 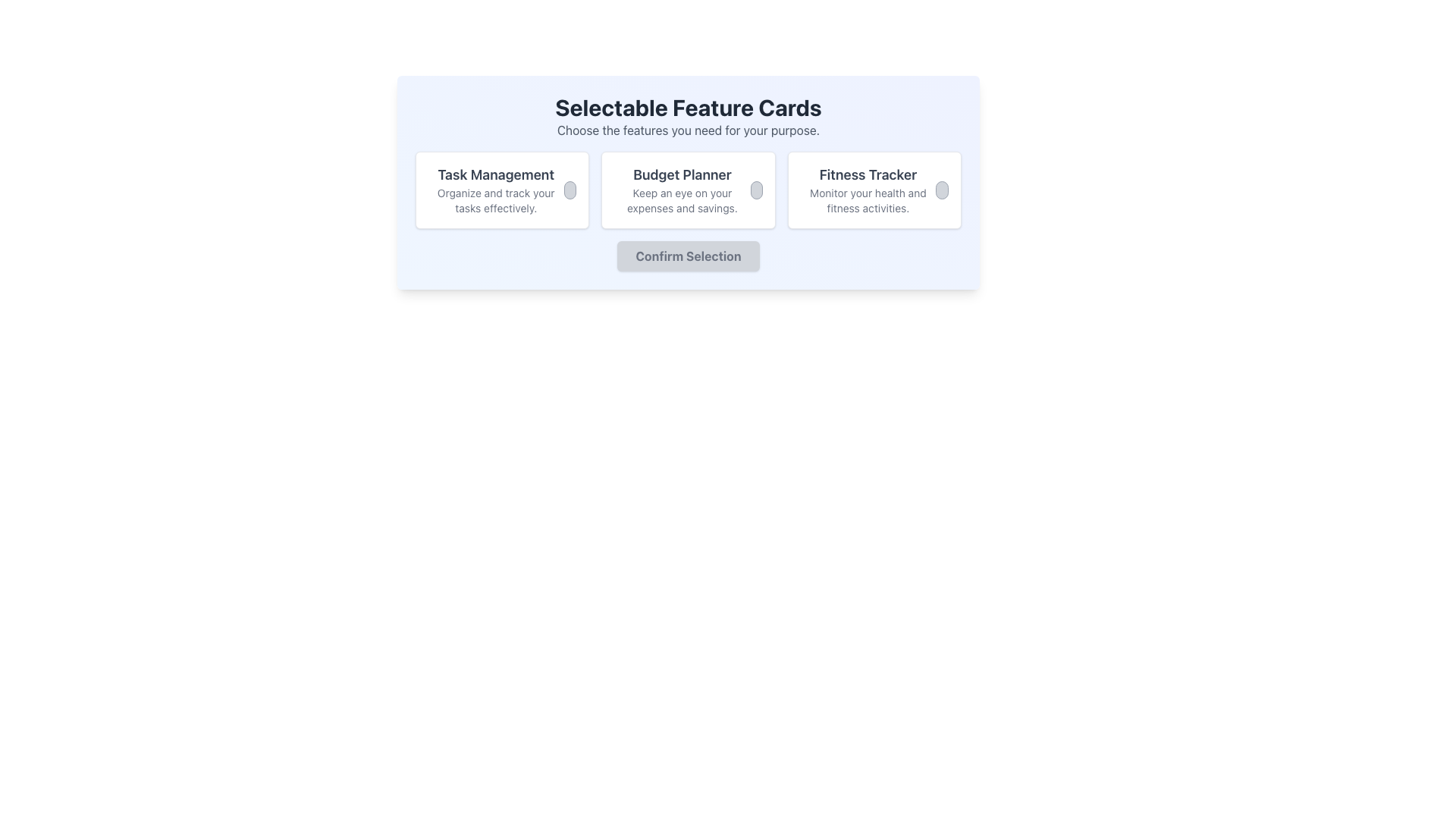 What do you see at coordinates (496, 200) in the screenshot?
I see `the descriptive text label located beneath the 'Task Management' text in the first card on the left of the feature cards` at bounding box center [496, 200].